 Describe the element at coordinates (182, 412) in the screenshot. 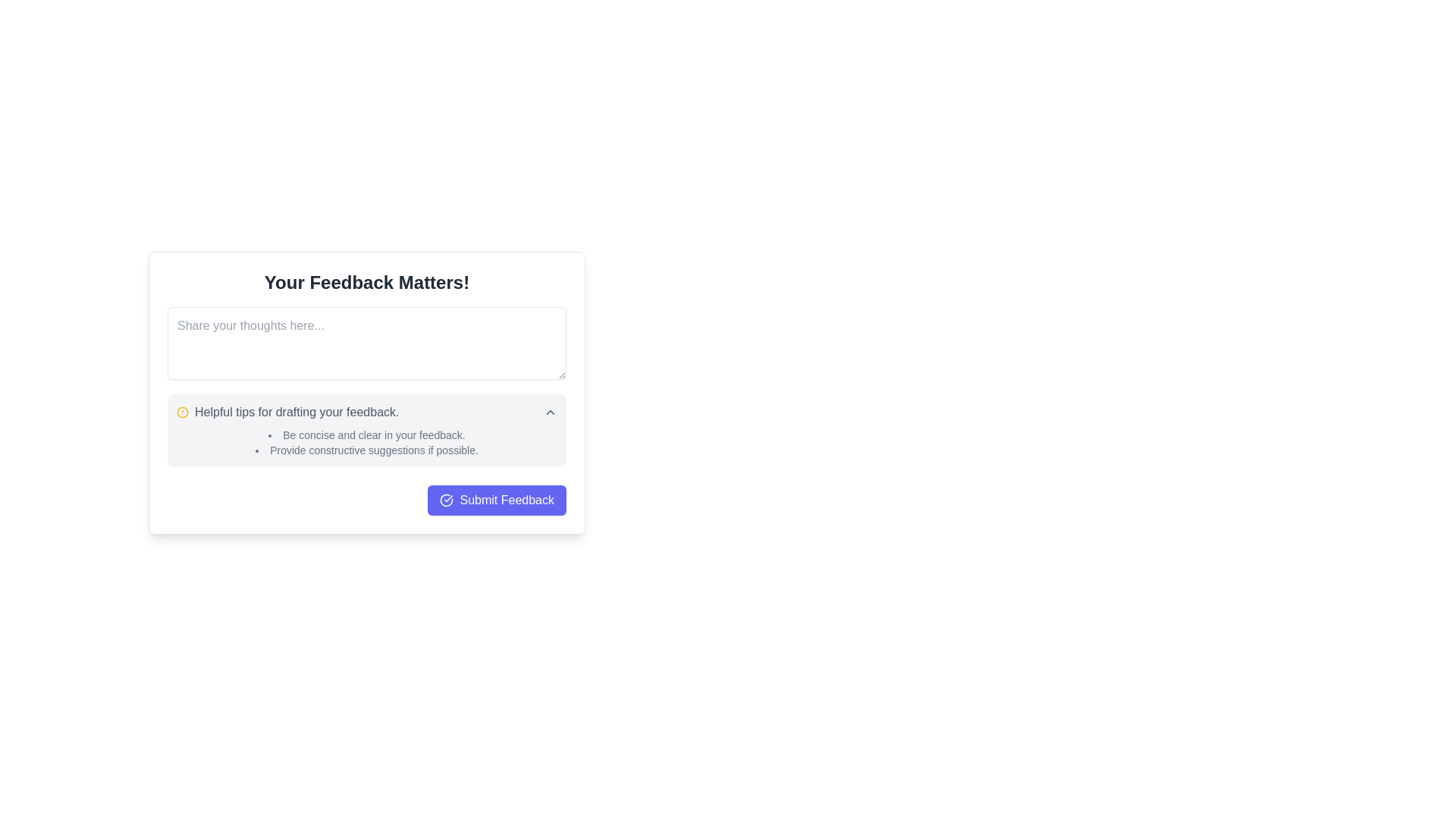

I see `the decorative circle element representing an alert or warning located near the top-left corner of the feedback tips UI component` at that location.